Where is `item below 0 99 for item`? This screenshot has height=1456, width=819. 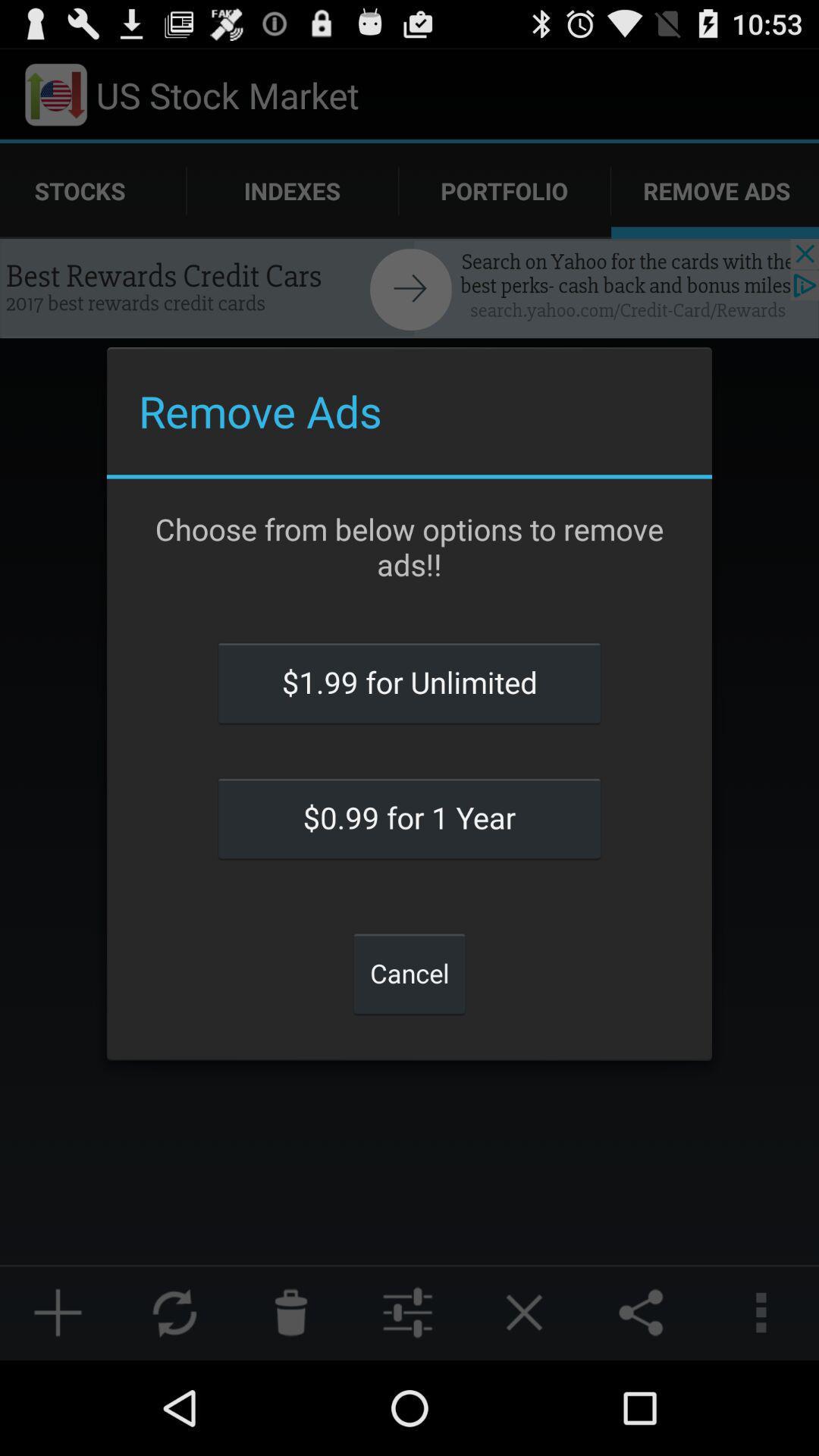
item below 0 99 for item is located at coordinates (409, 973).